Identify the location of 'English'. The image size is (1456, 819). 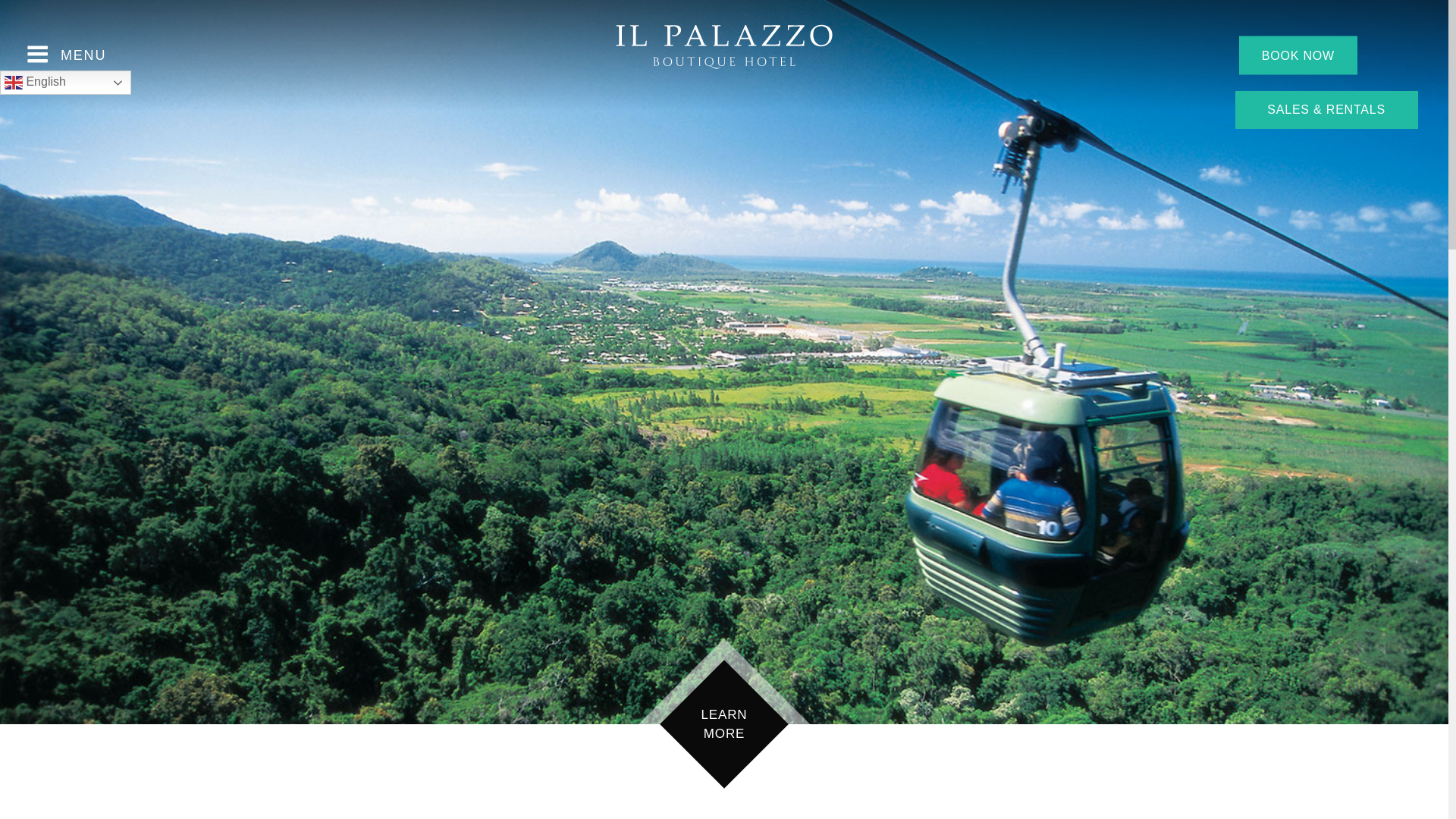
(0, 82).